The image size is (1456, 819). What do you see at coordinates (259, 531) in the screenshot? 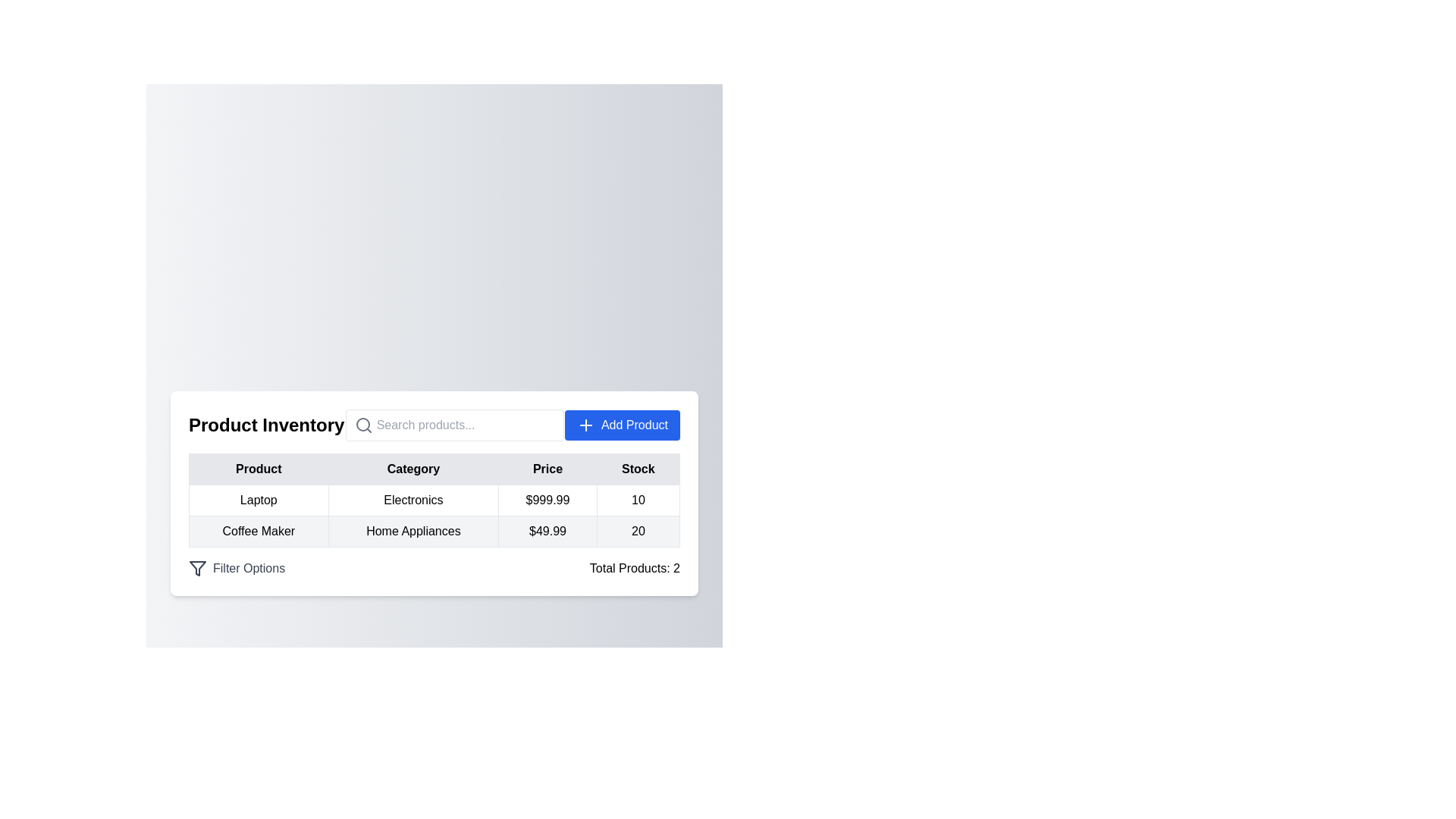
I see `the static text label displaying 'Coffee Maker', which is the first column of the second row in the structured table under the 'Product' column header` at bounding box center [259, 531].